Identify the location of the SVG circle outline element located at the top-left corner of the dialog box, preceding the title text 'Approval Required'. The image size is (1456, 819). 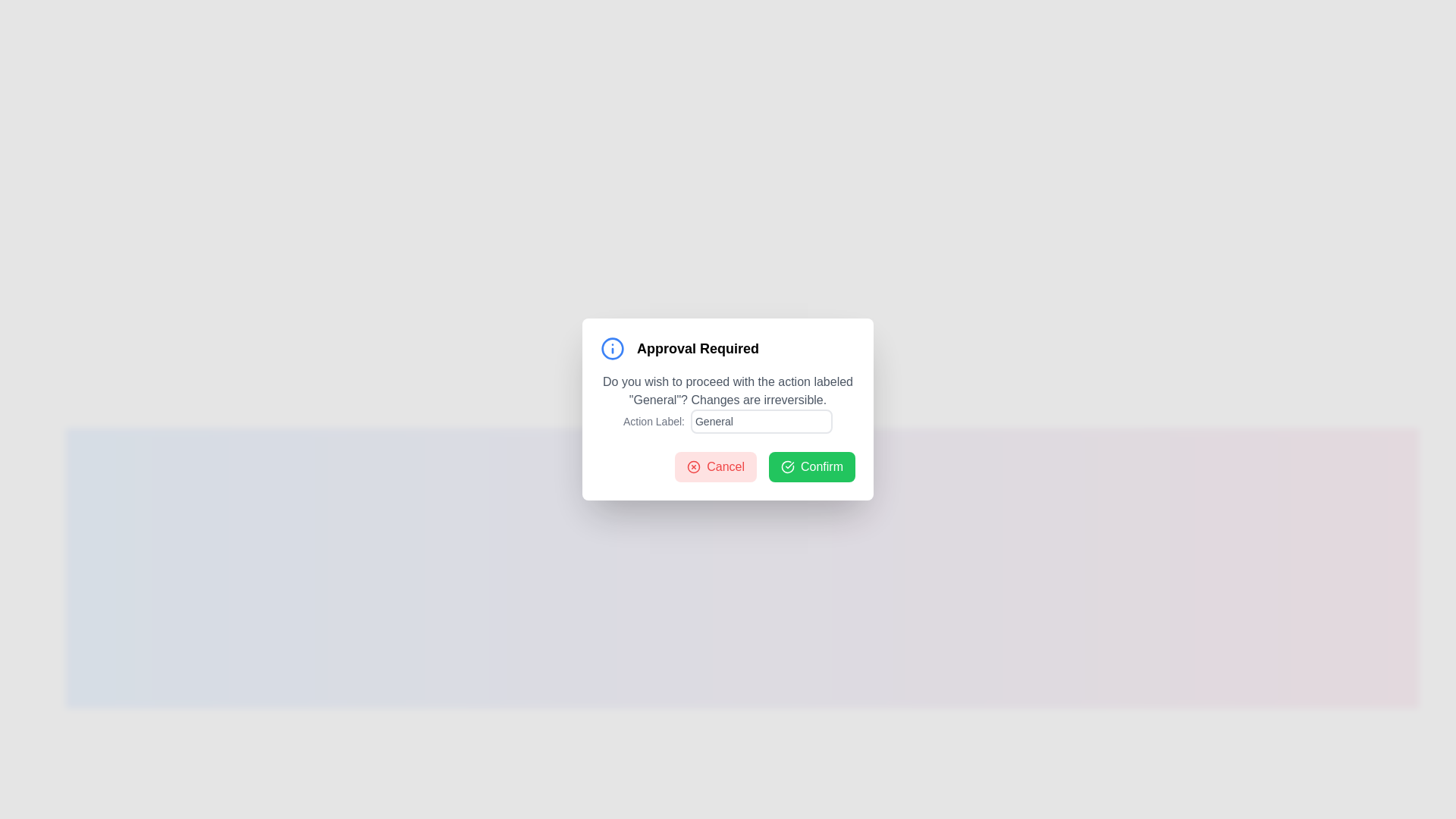
(693, 466).